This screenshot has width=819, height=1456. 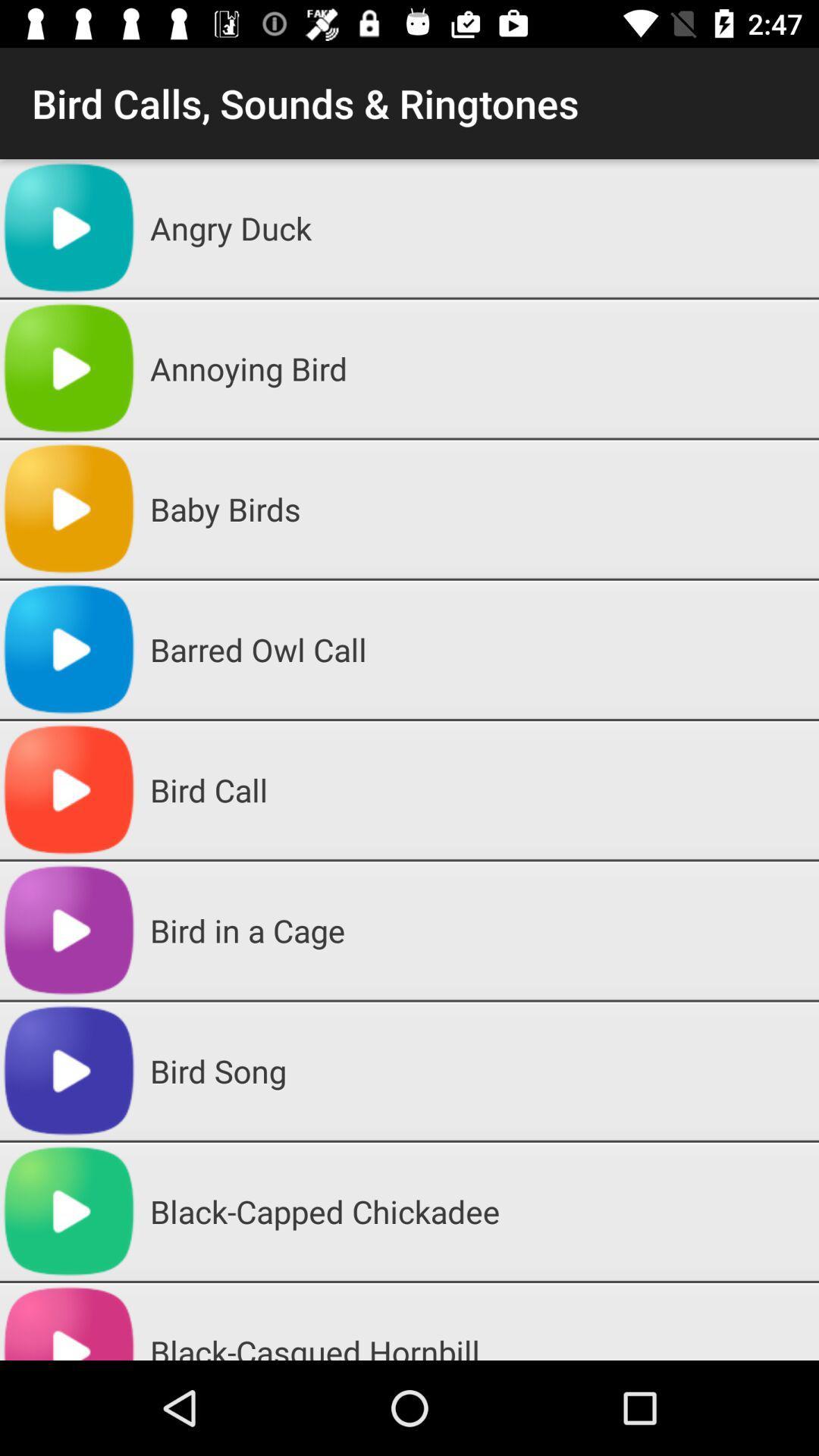 I want to click on annoying bird app, so click(x=479, y=369).